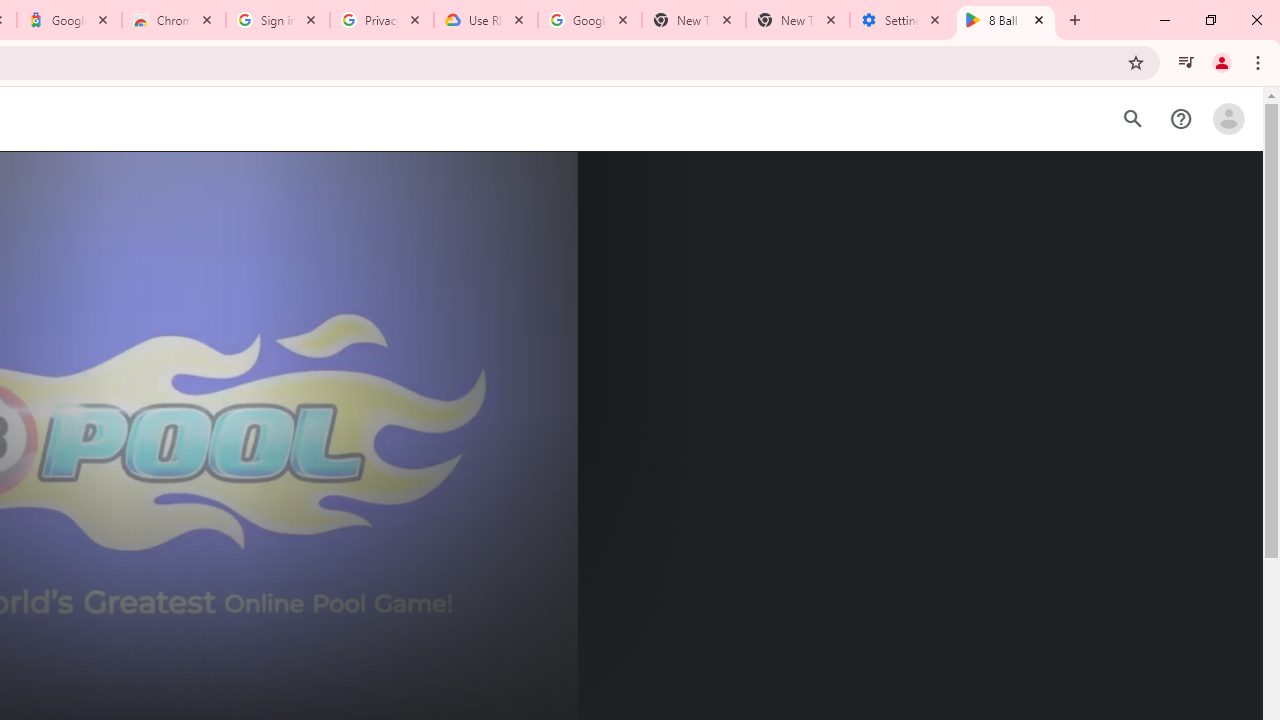 This screenshot has width=1280, height=720. What do you see at coordinates (69, 20) in the screenshot?
I see `'Google'` at bounding box center [69, 20].